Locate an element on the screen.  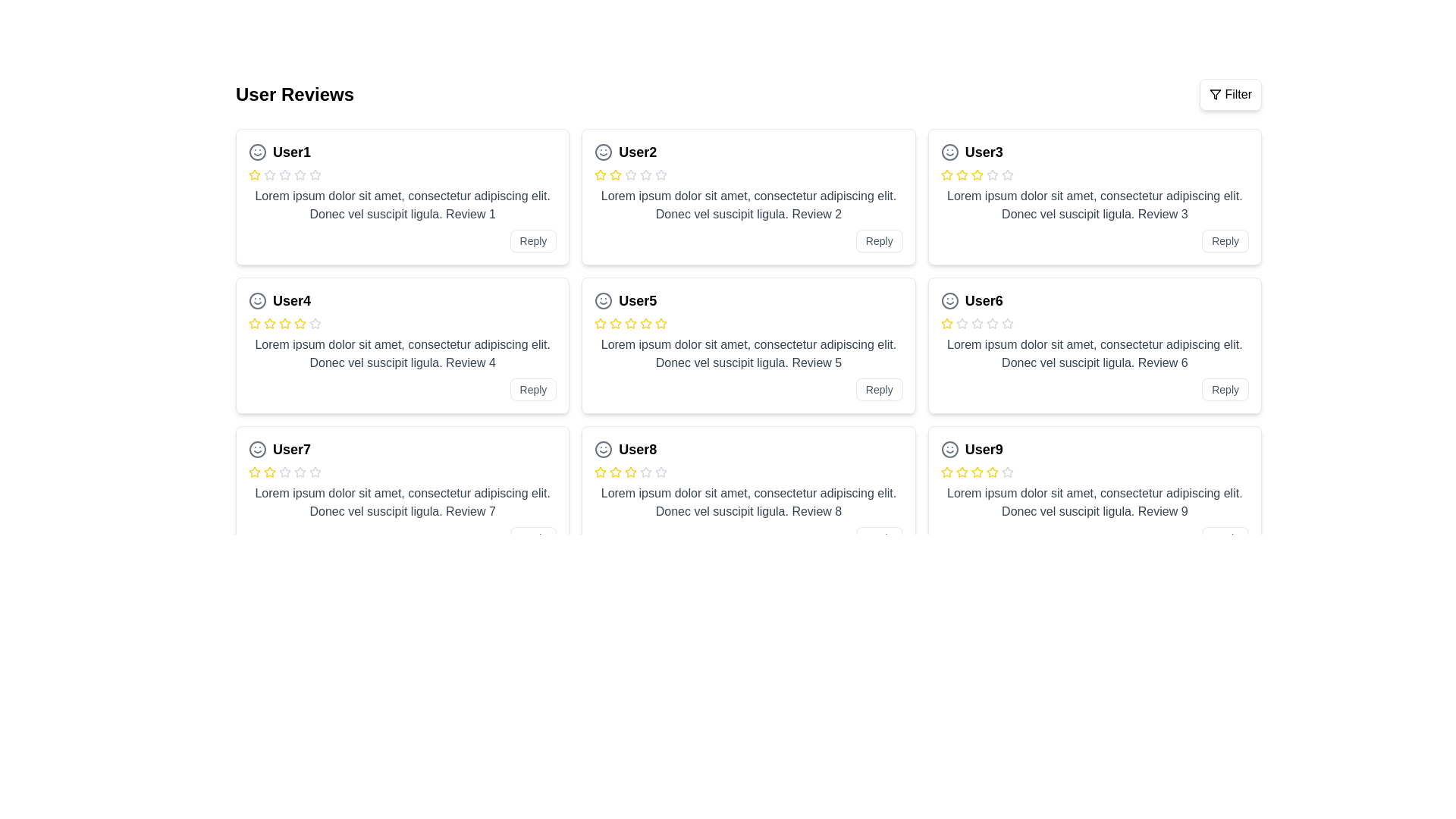
Circular SVG graphic element that serves as the outer shape for the smiley face icon within the 'User8' card by opening the browser console is located at coordinates (603, 449).